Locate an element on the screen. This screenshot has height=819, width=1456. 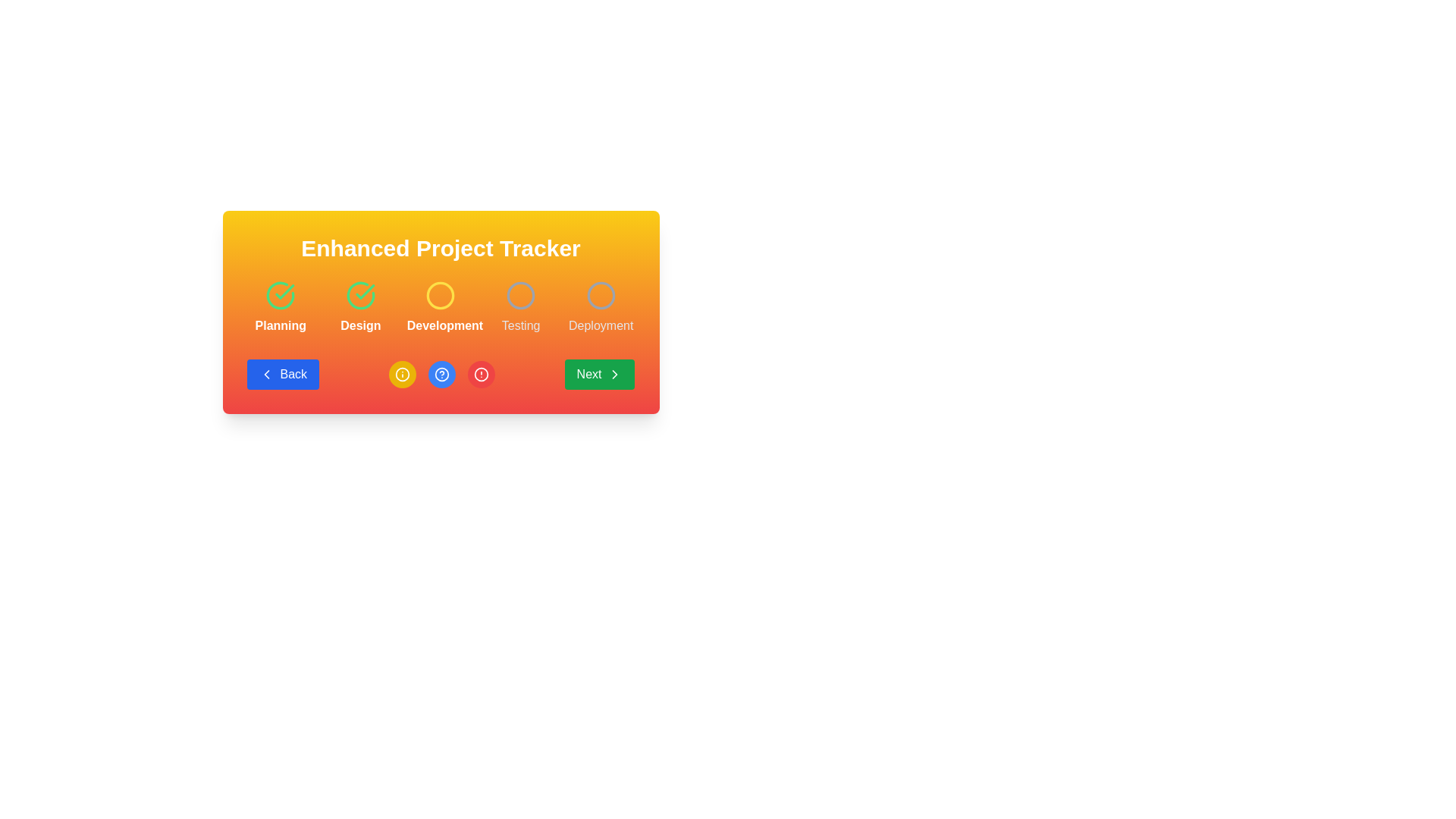
the green checkmark icon and text label saying 'Design' is located at coordinates (359, 307).